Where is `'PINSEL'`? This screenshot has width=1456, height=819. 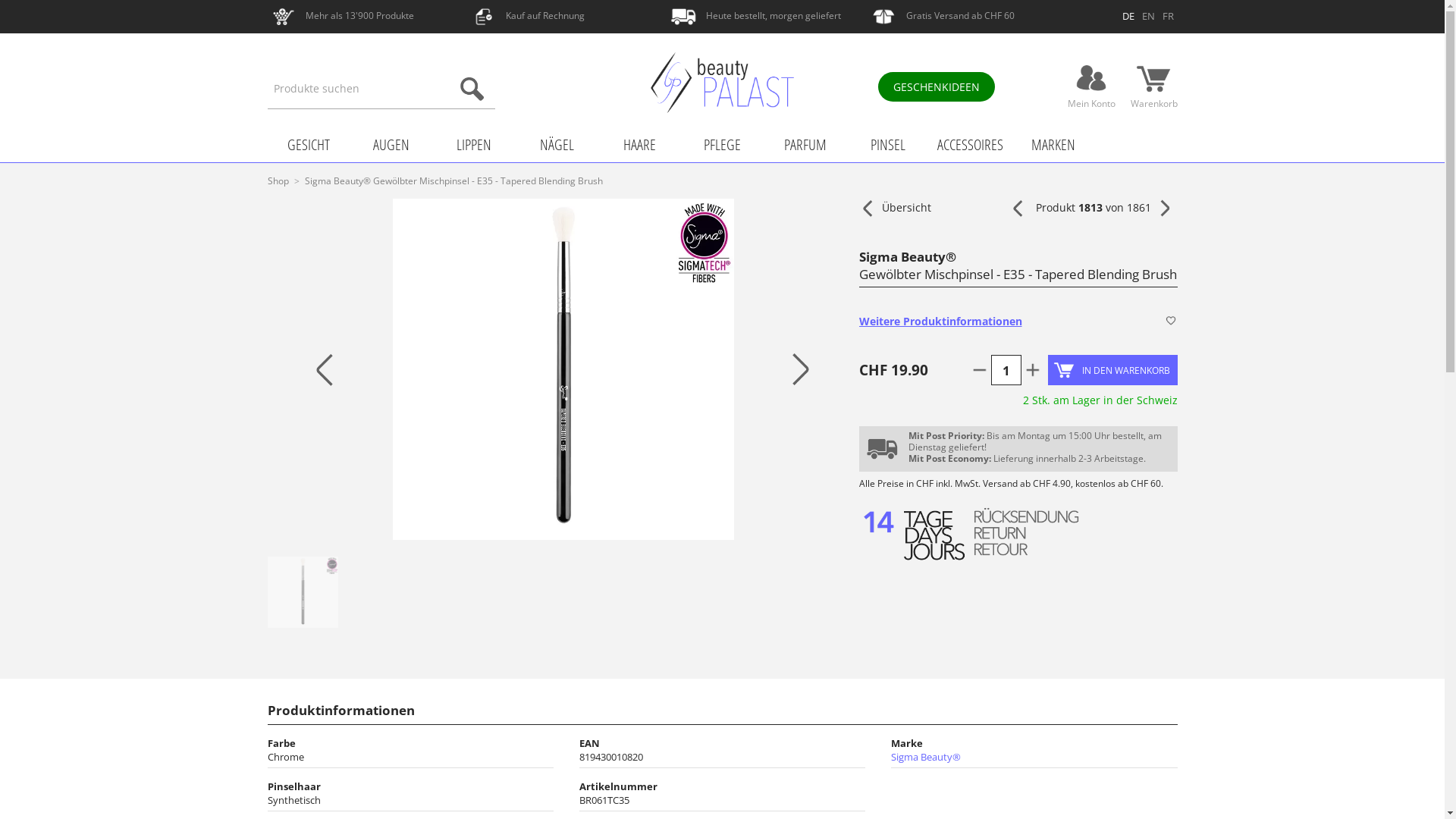
'PINSEL' is located at coordinates (846, 146).